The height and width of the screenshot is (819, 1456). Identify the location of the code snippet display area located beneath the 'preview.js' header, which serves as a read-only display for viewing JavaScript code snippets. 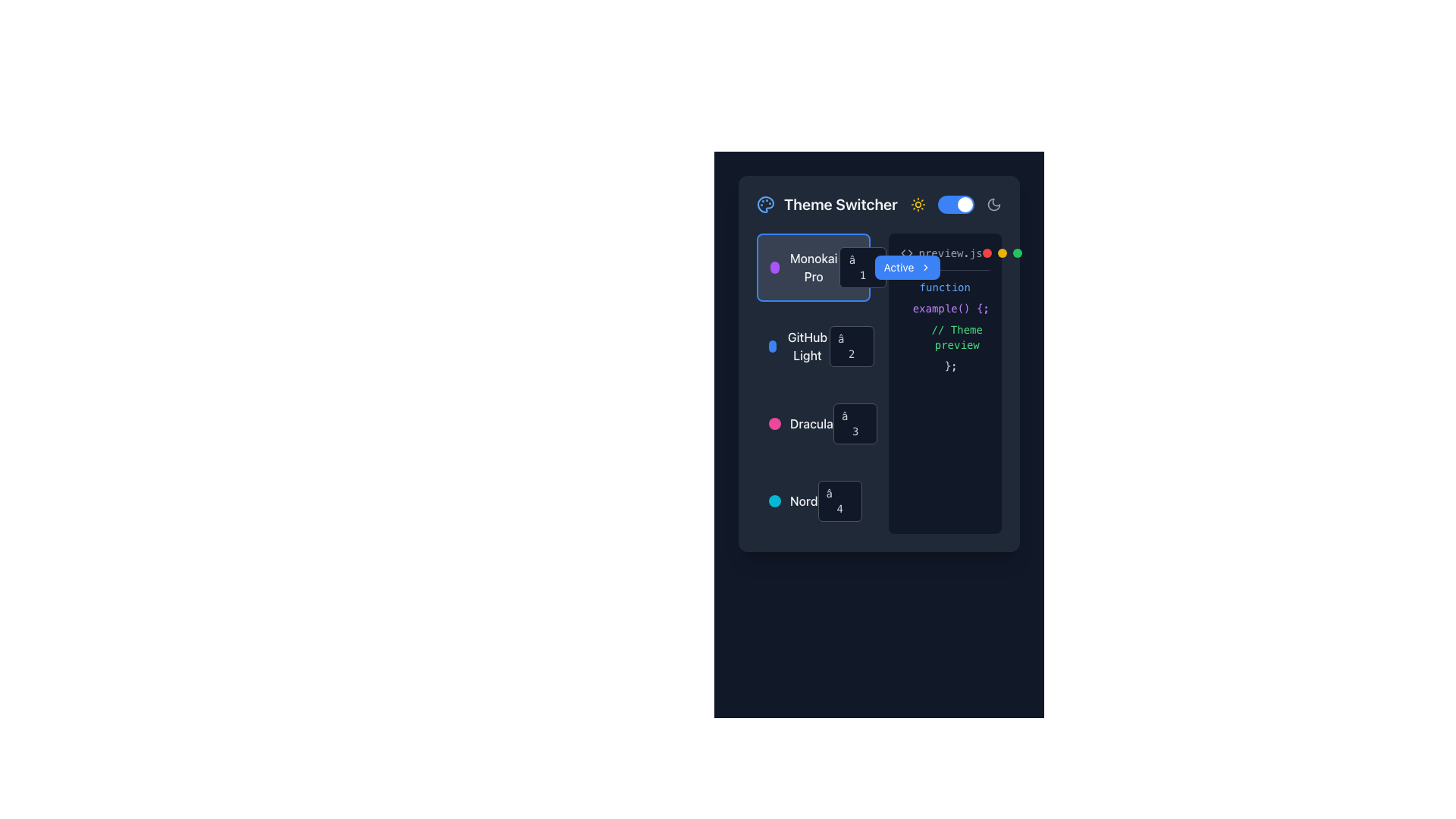
(944, 326).